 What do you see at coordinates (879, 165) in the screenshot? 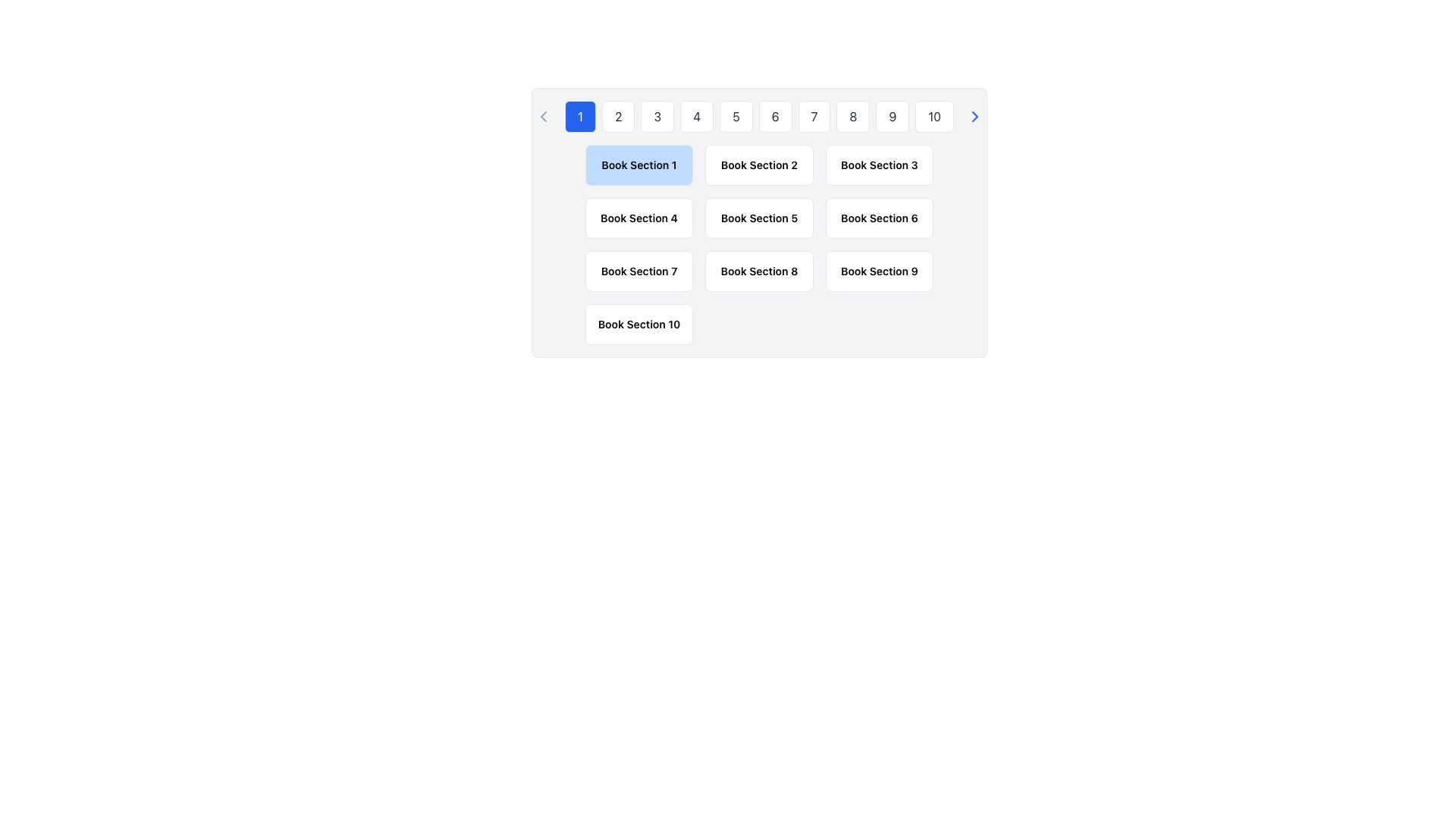
I see `the button in the top row, third column of the grid to invoke navigation to 'Book Section 3'` at bounding box center [879, 165].